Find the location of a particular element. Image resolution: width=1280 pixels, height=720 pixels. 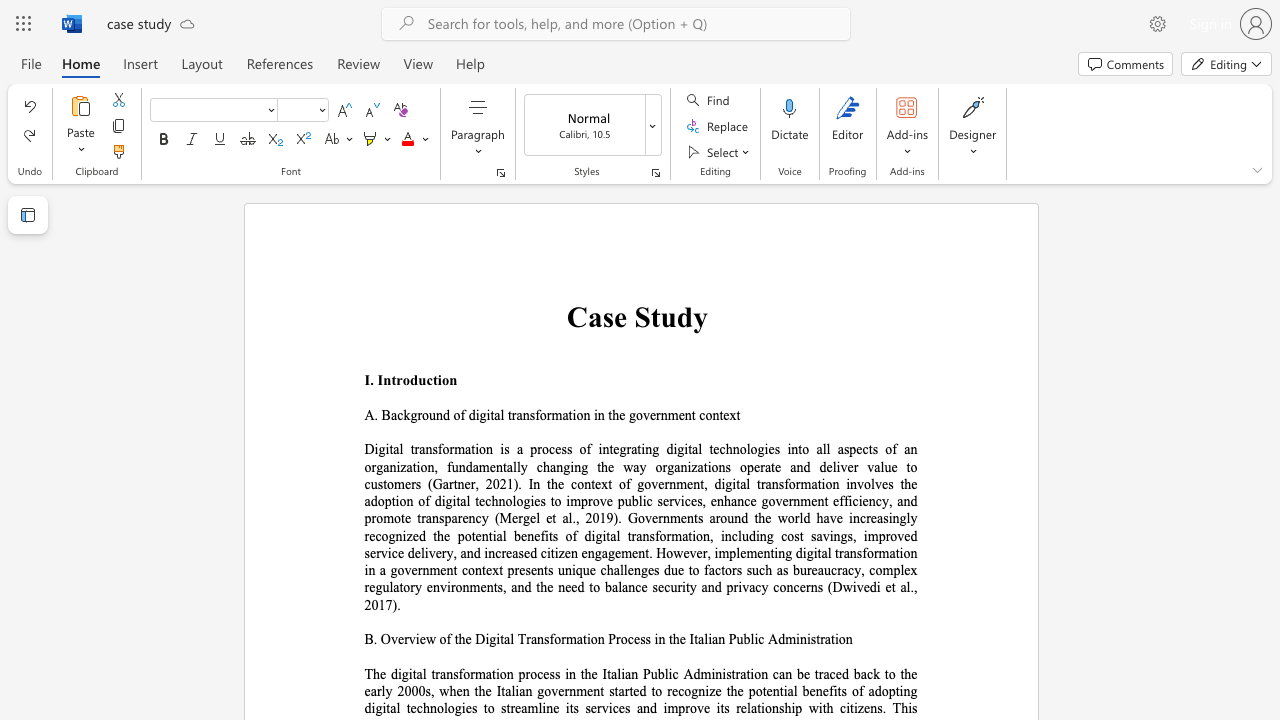

the space between the continuous character "t" and "u" in the text is located at coordinates (662, 316).